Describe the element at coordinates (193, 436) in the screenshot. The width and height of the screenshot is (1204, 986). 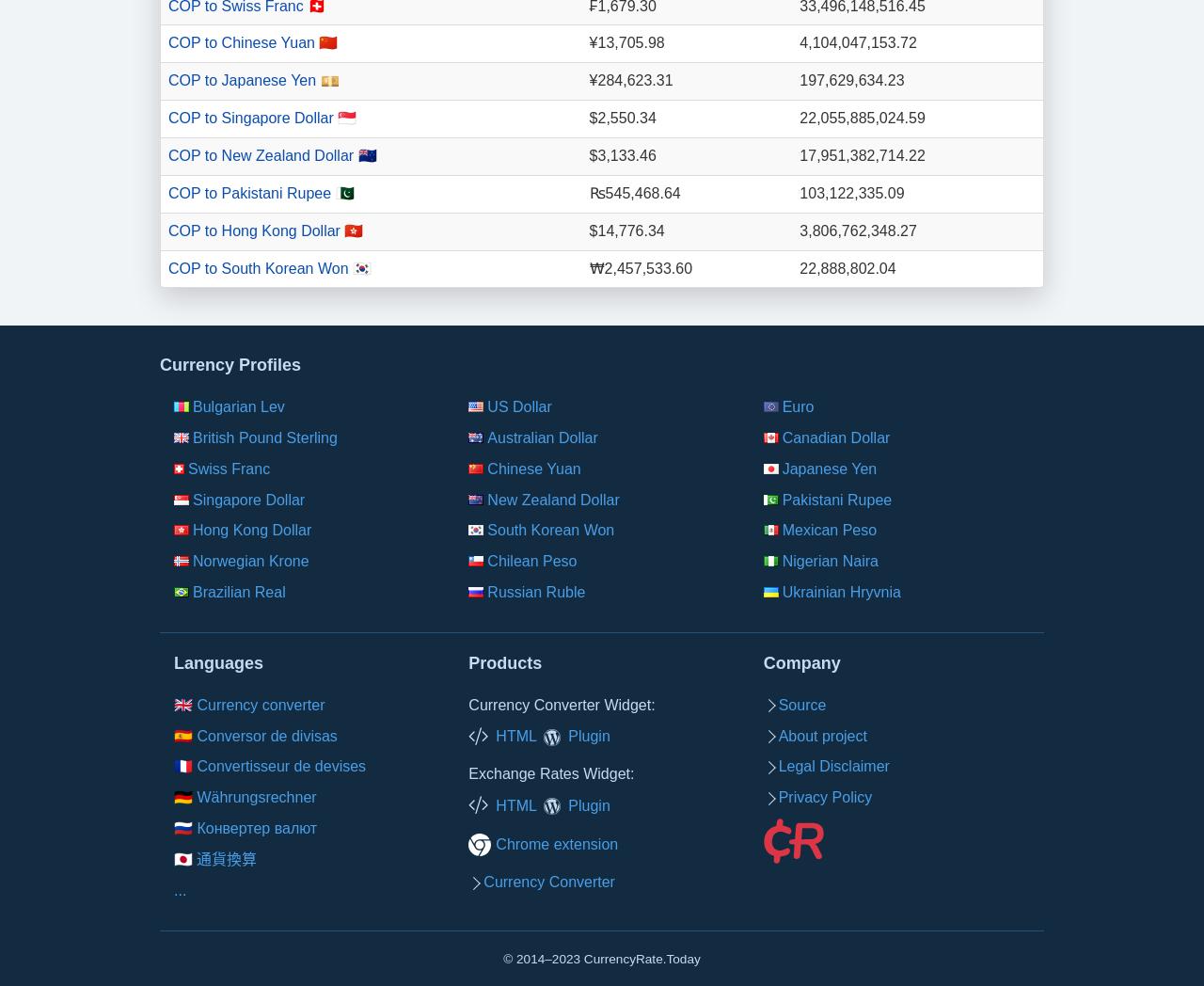
I see `'British Pound Sterling'` at that location.